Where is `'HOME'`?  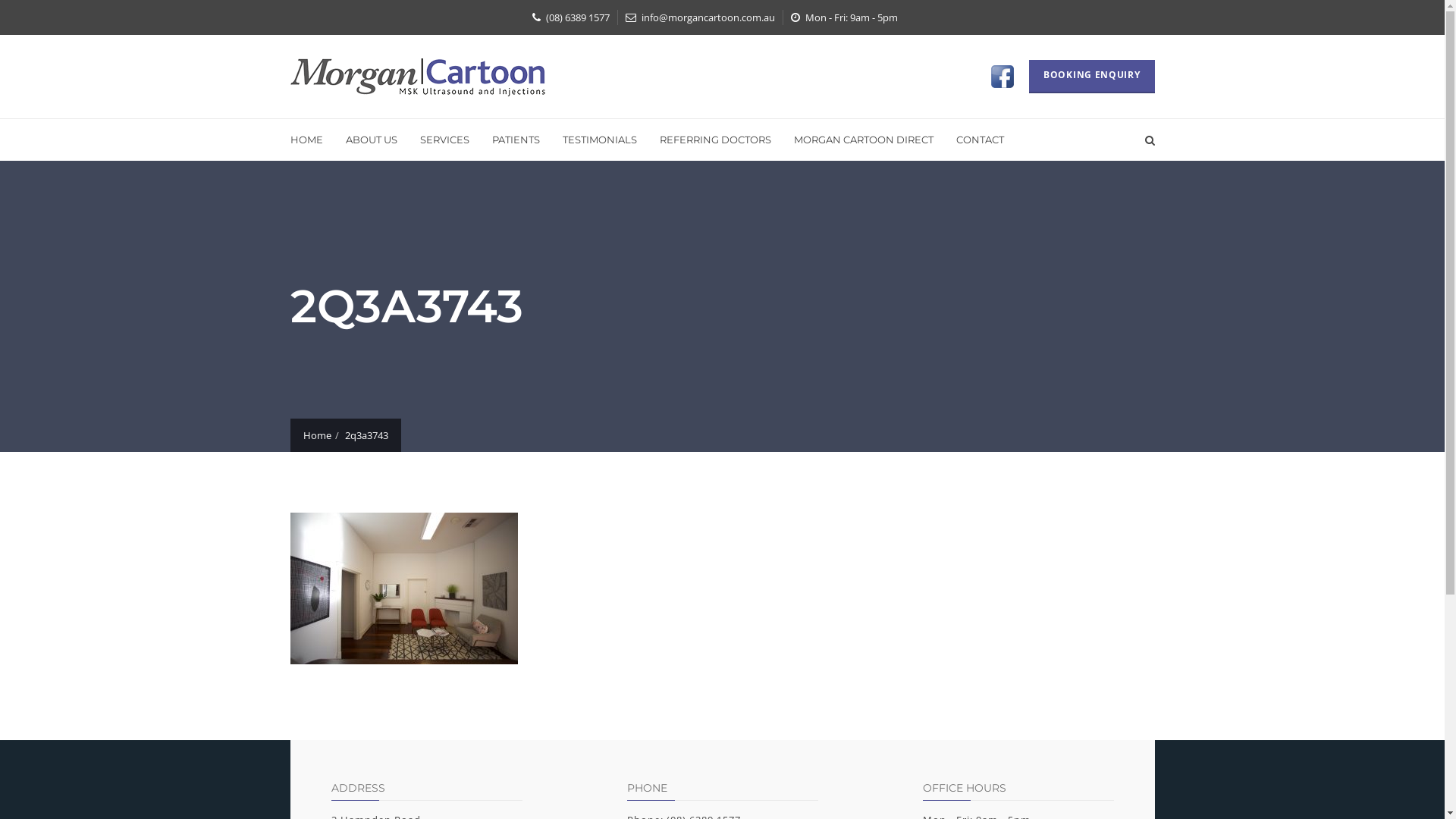 'HOME' is located at coordinates (311, 140).